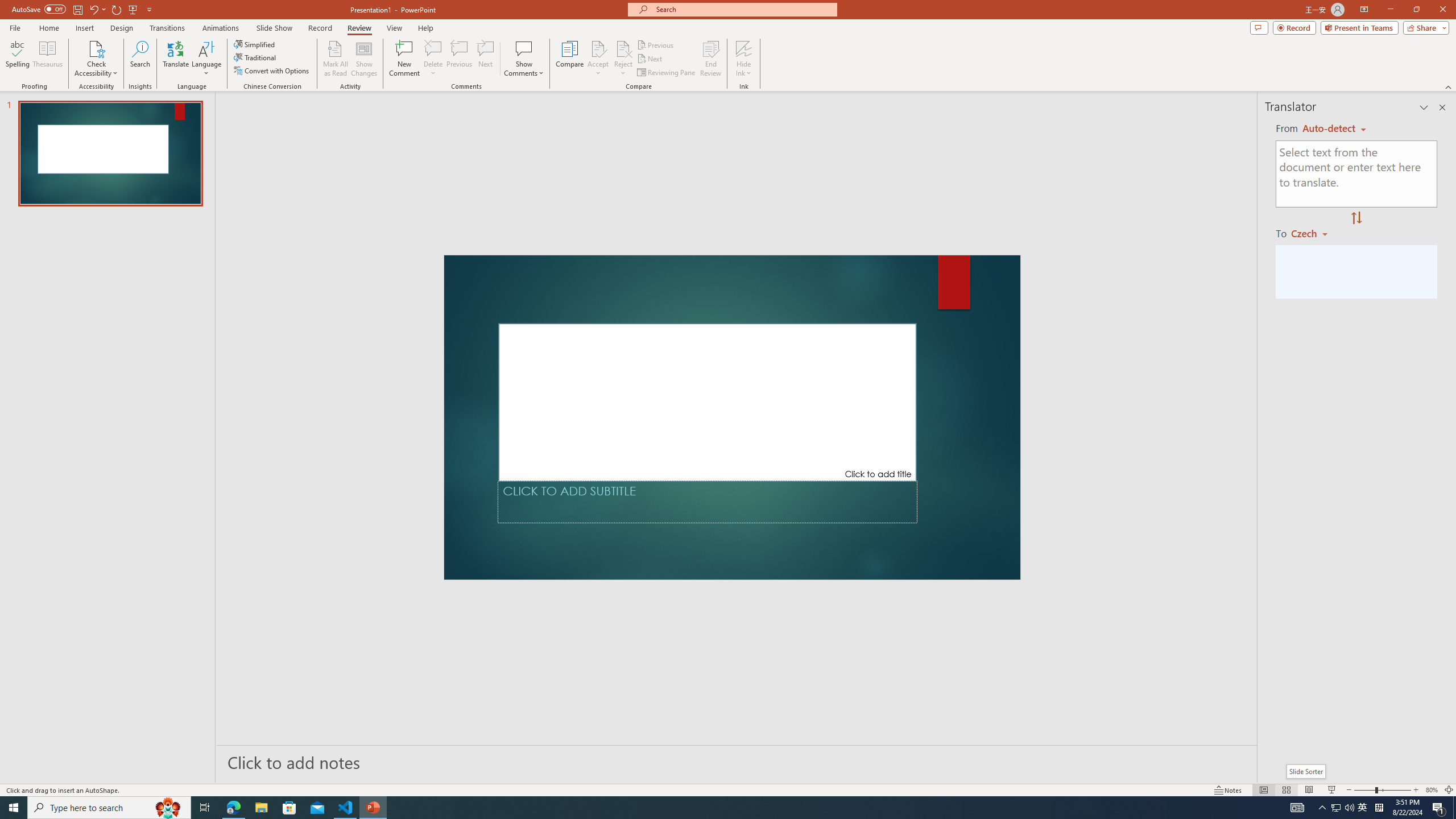 The height and width of the screenshot is (819, 1456). Describe the element at coordinates (650, 59) in the screenshot. I see `'Next'` at that location.